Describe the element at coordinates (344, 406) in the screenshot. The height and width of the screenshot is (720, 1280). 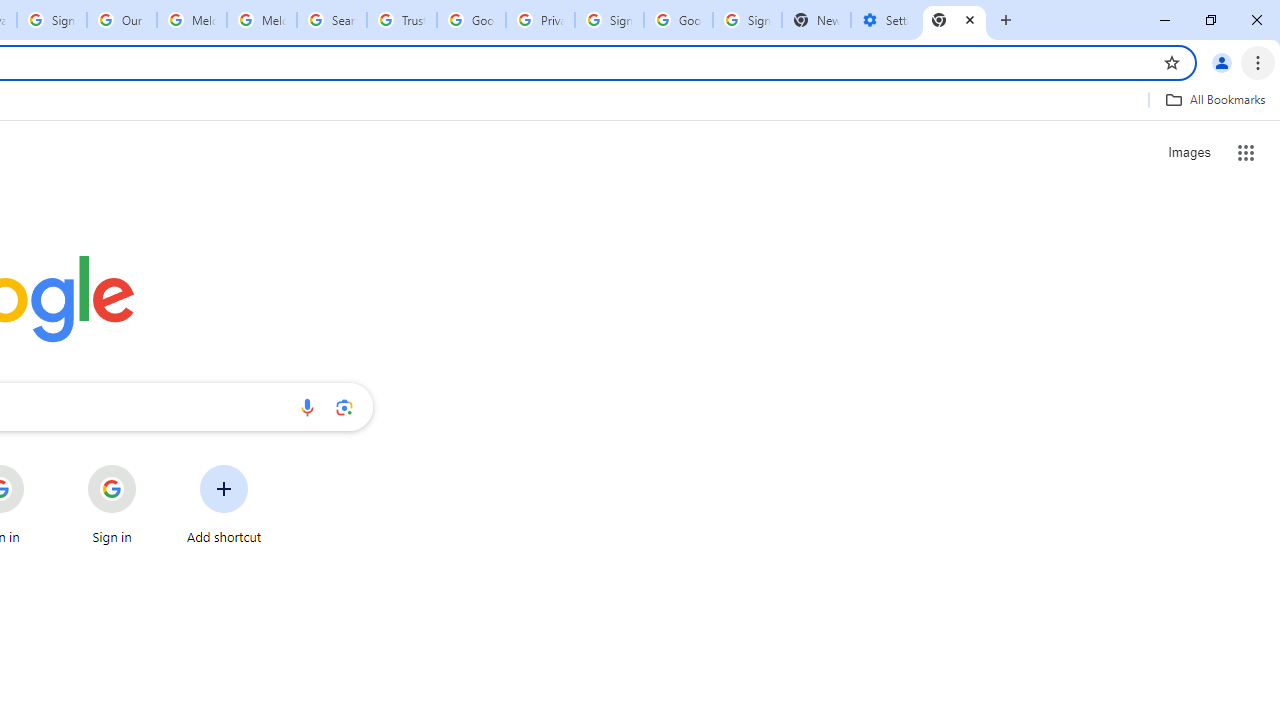
I see `'Search by image'` at that location.